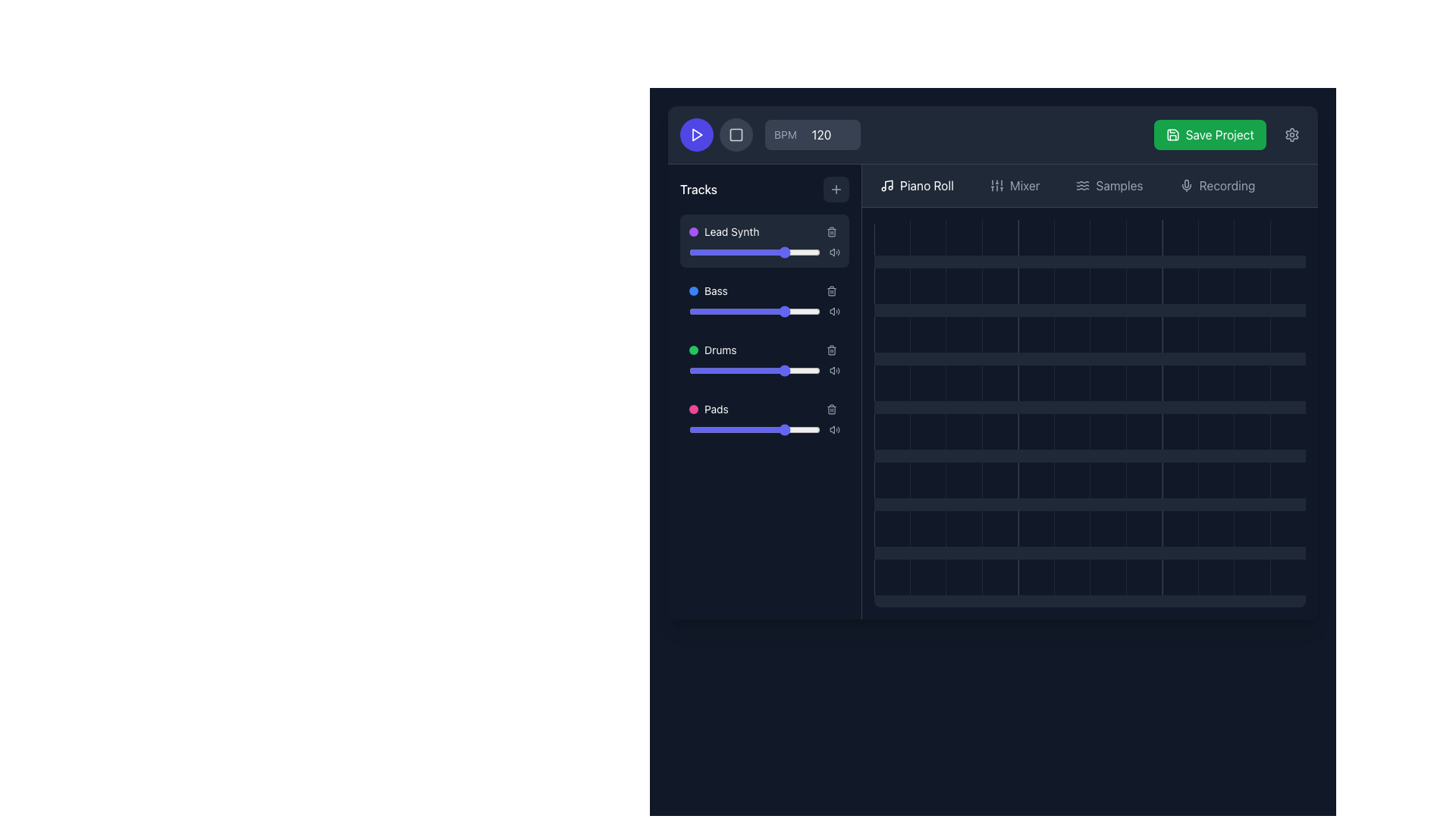  What do you see at coordinates (831, 231) in the screenshot?
I see `the trash bin icon button located at the top-right corner of the 'Lead Synth' track entry` at bounding box center [831, 231].